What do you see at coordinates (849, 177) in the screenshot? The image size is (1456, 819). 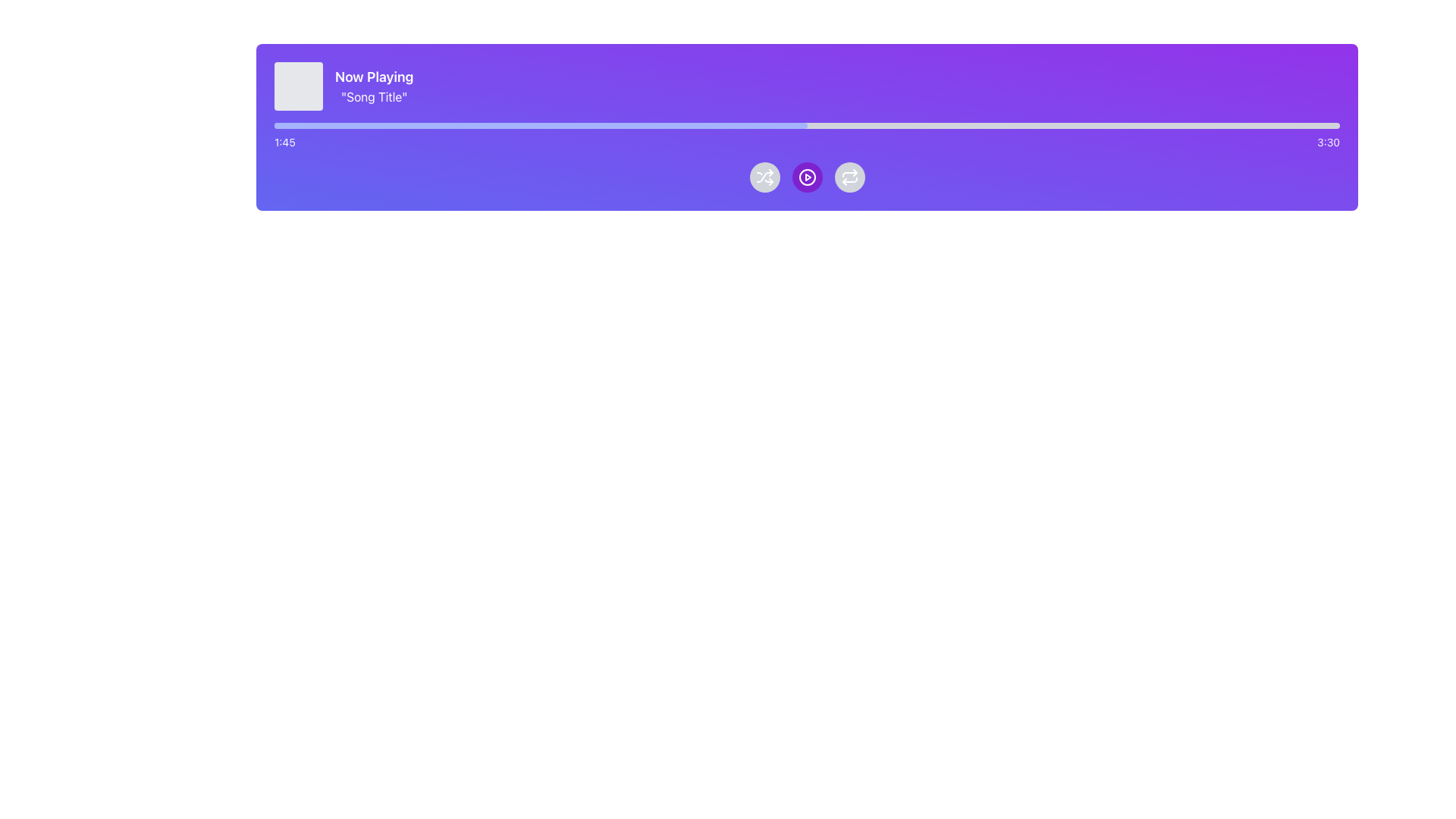 I see `the repeat button in the music player interface` at bounding box center [849, 177].